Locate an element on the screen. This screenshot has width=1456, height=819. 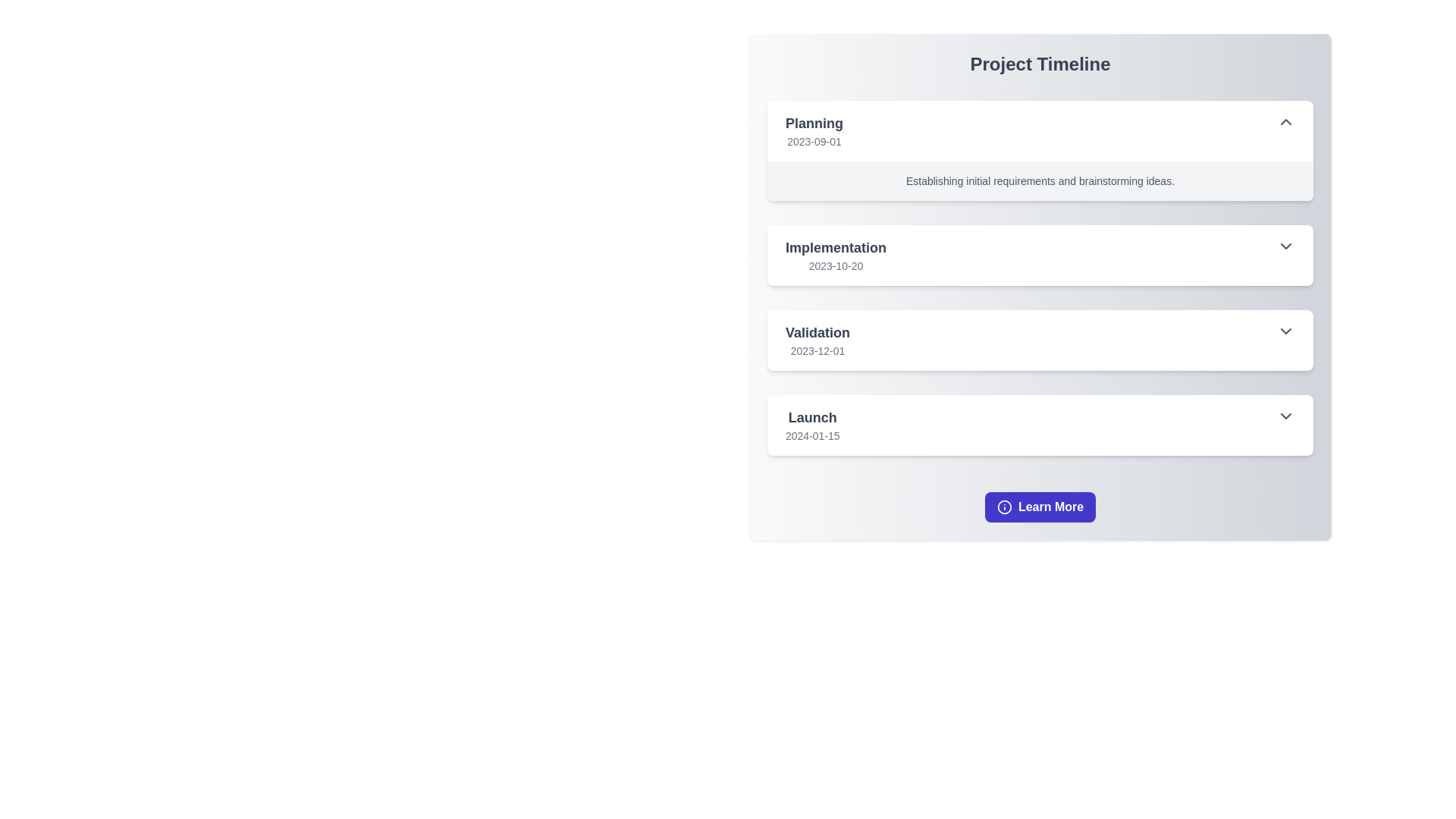
the text label 'Implementation' which is displayed in bold, large font and gray color, positioned prominently within the 'Implementation' section of the timeline is located at coordinates (835, 247).